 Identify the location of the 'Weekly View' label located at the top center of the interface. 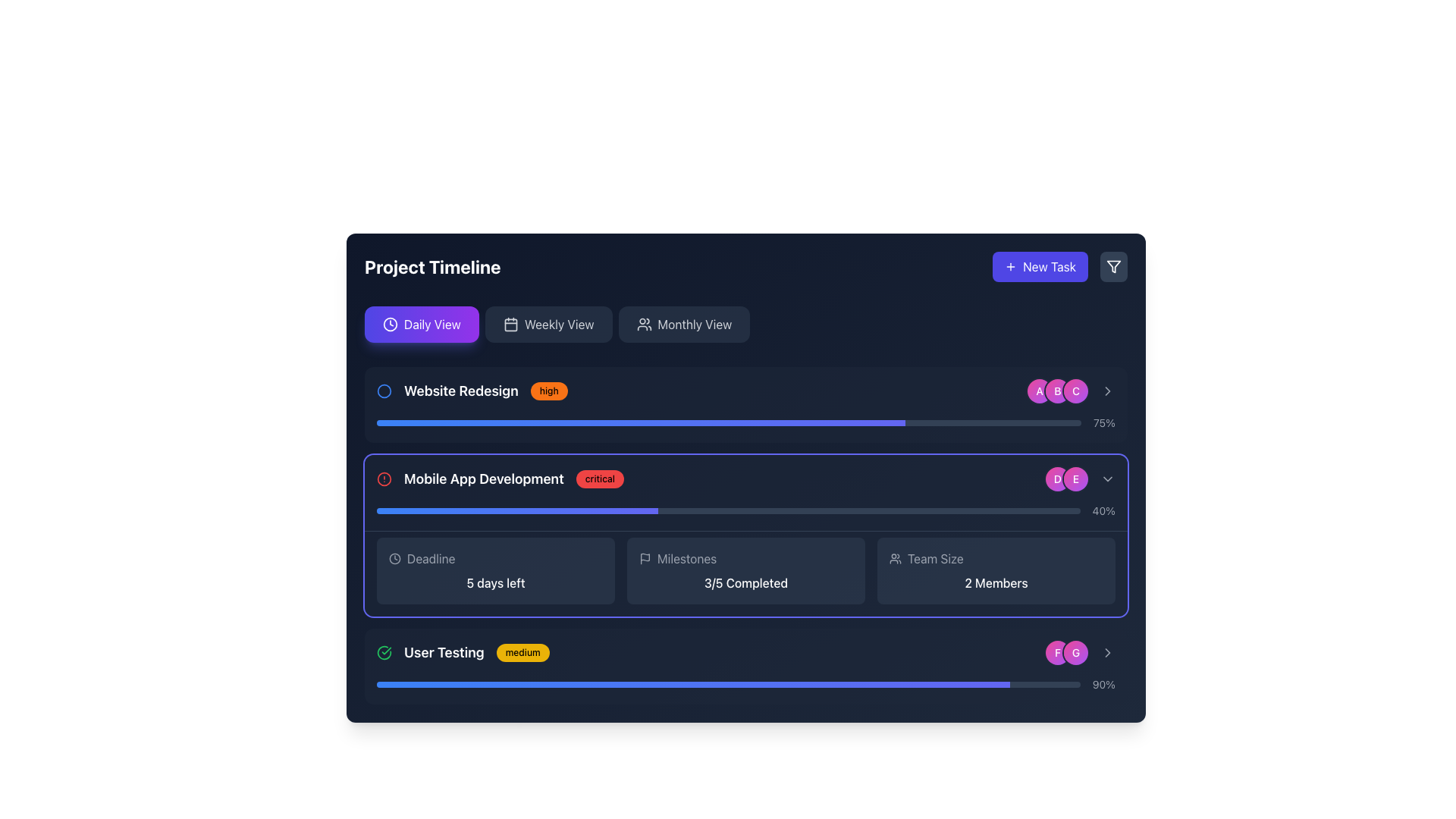
(558, 324).